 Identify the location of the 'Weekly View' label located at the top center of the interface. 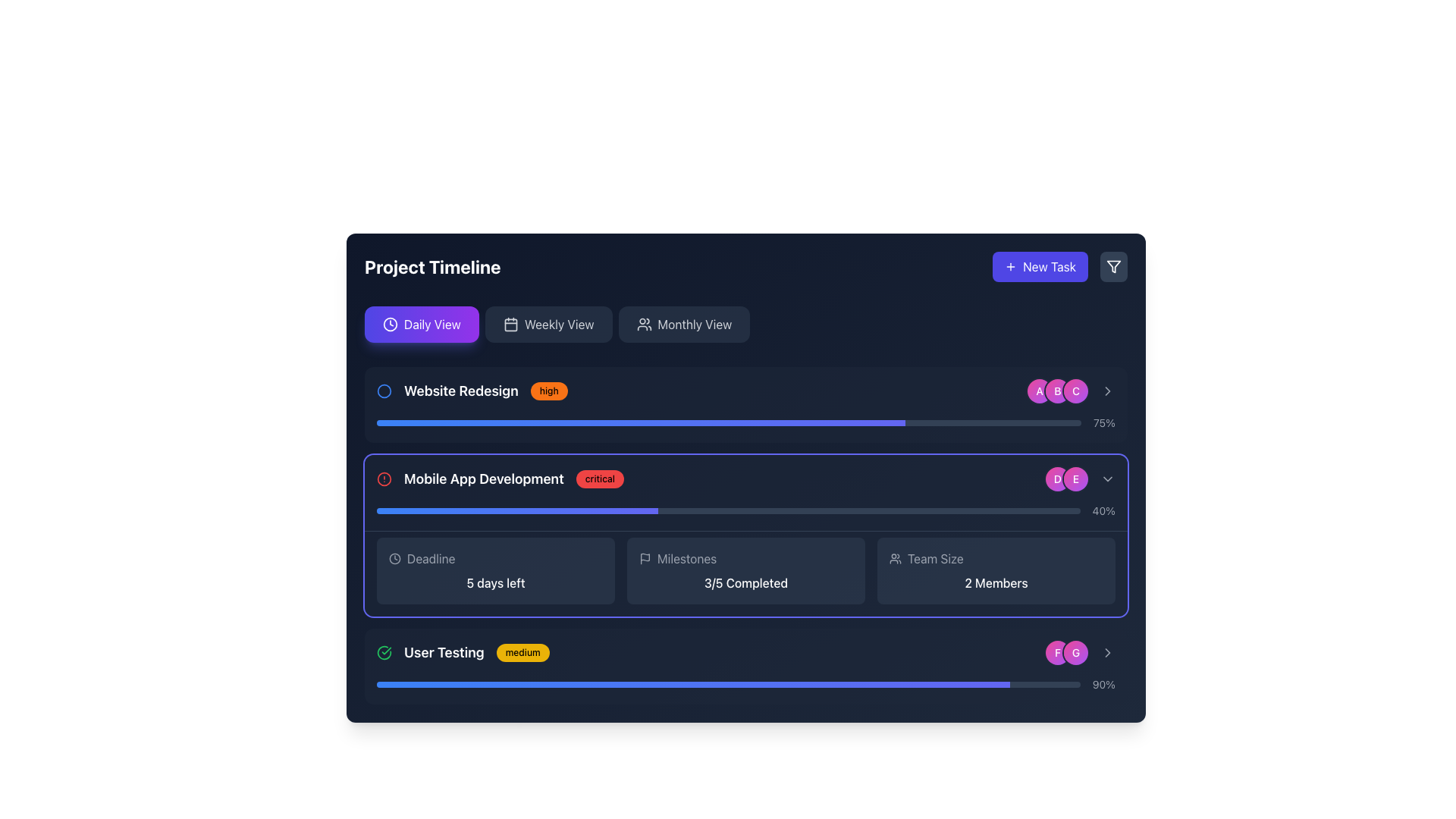
(558, 324).